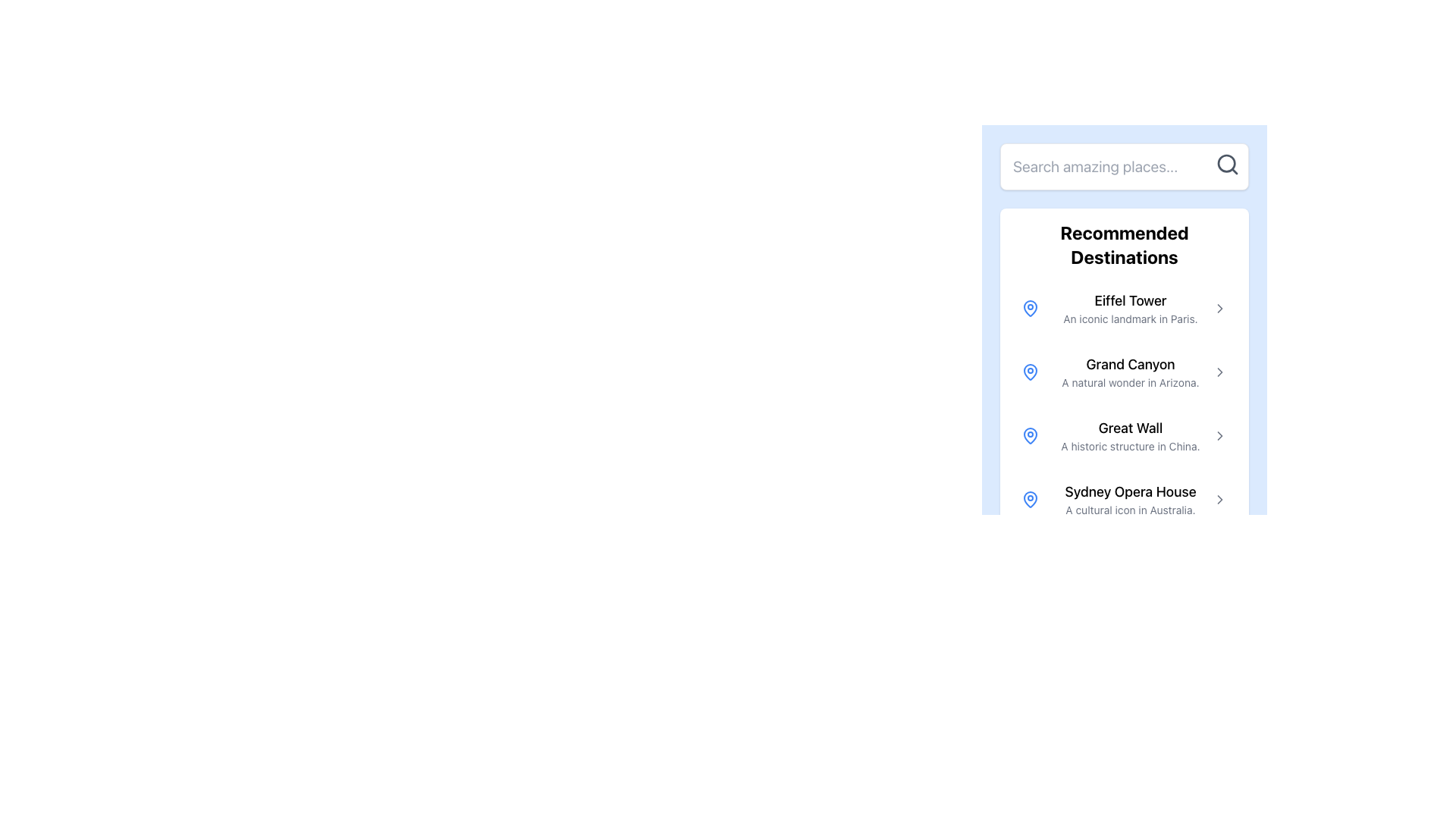 The height and width of the screenshot is (819, 1456). I want to click on the text area containing the title and subtitle for 'Great Wall', positioned as the third item in the recommendations list, so click(1131, 435).